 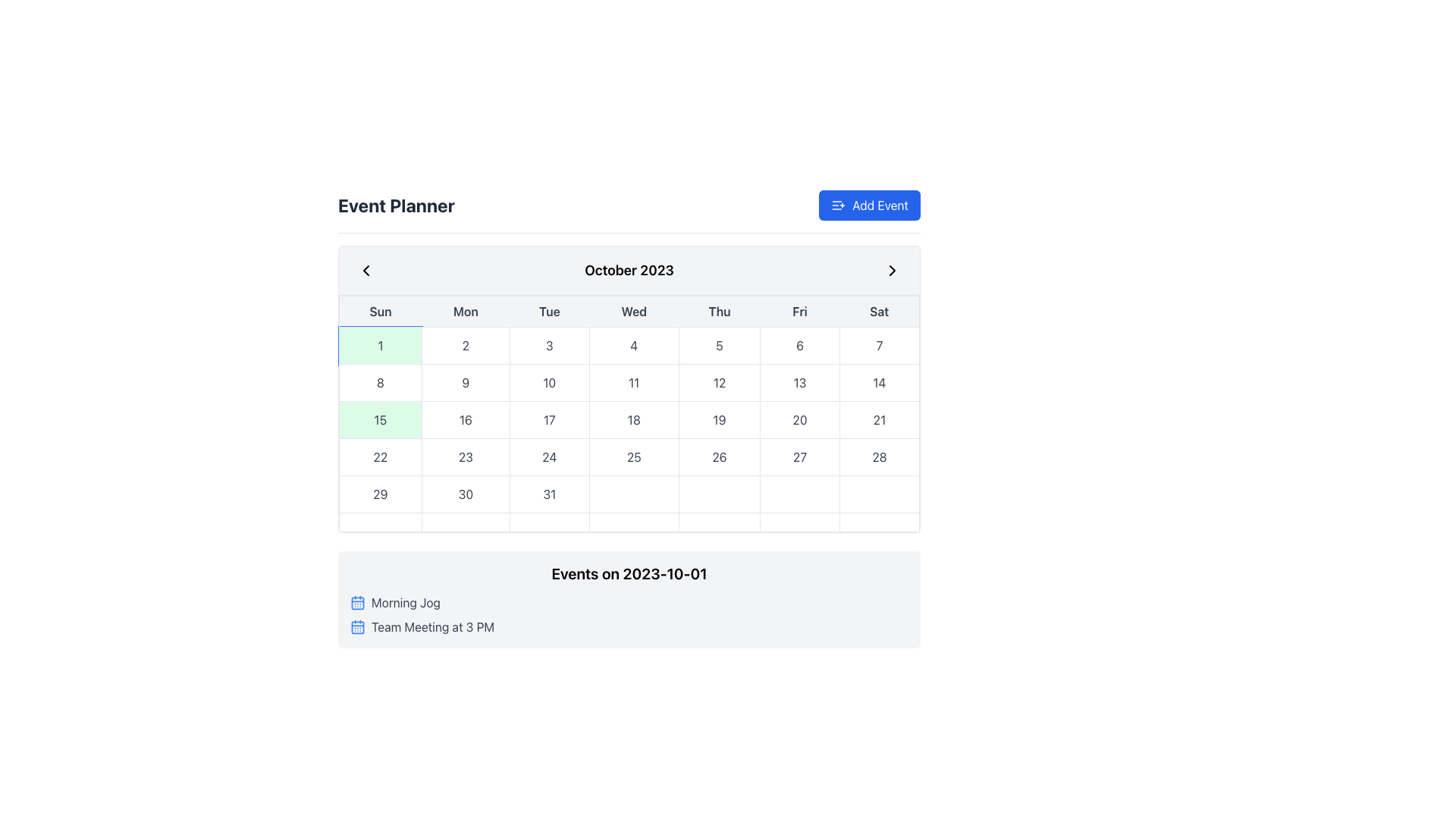 What do you see at coordinates (799, 311) in the screenshot?
I see `the static text label representing 'Friday' in the calendar view, which is the sixth day in the header row, located between 'Thursday' and 'Saturday'` at bounding box center [799, 311].